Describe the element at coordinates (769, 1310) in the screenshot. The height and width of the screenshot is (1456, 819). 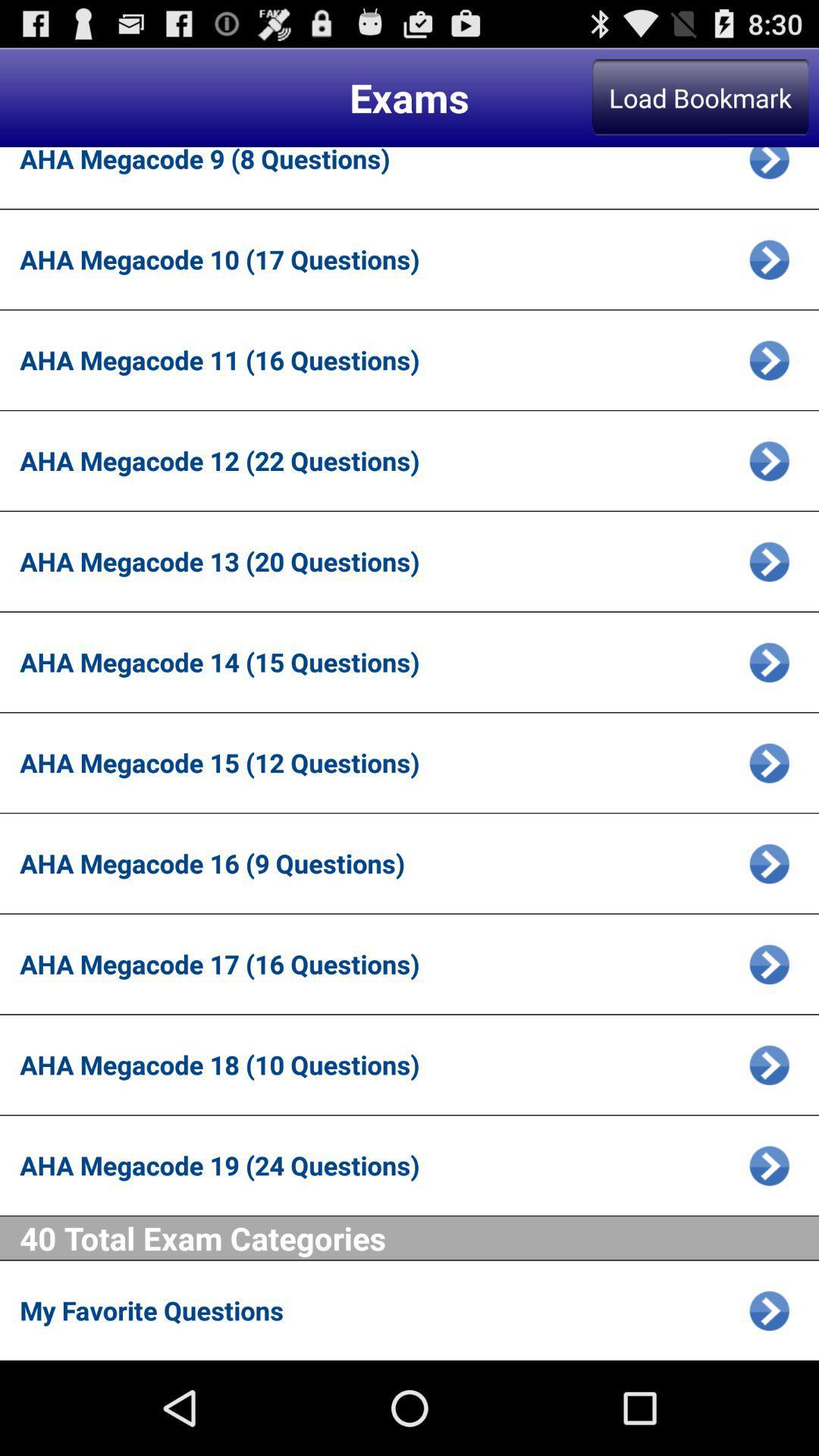
I see `the blue icon in last line` at that location.